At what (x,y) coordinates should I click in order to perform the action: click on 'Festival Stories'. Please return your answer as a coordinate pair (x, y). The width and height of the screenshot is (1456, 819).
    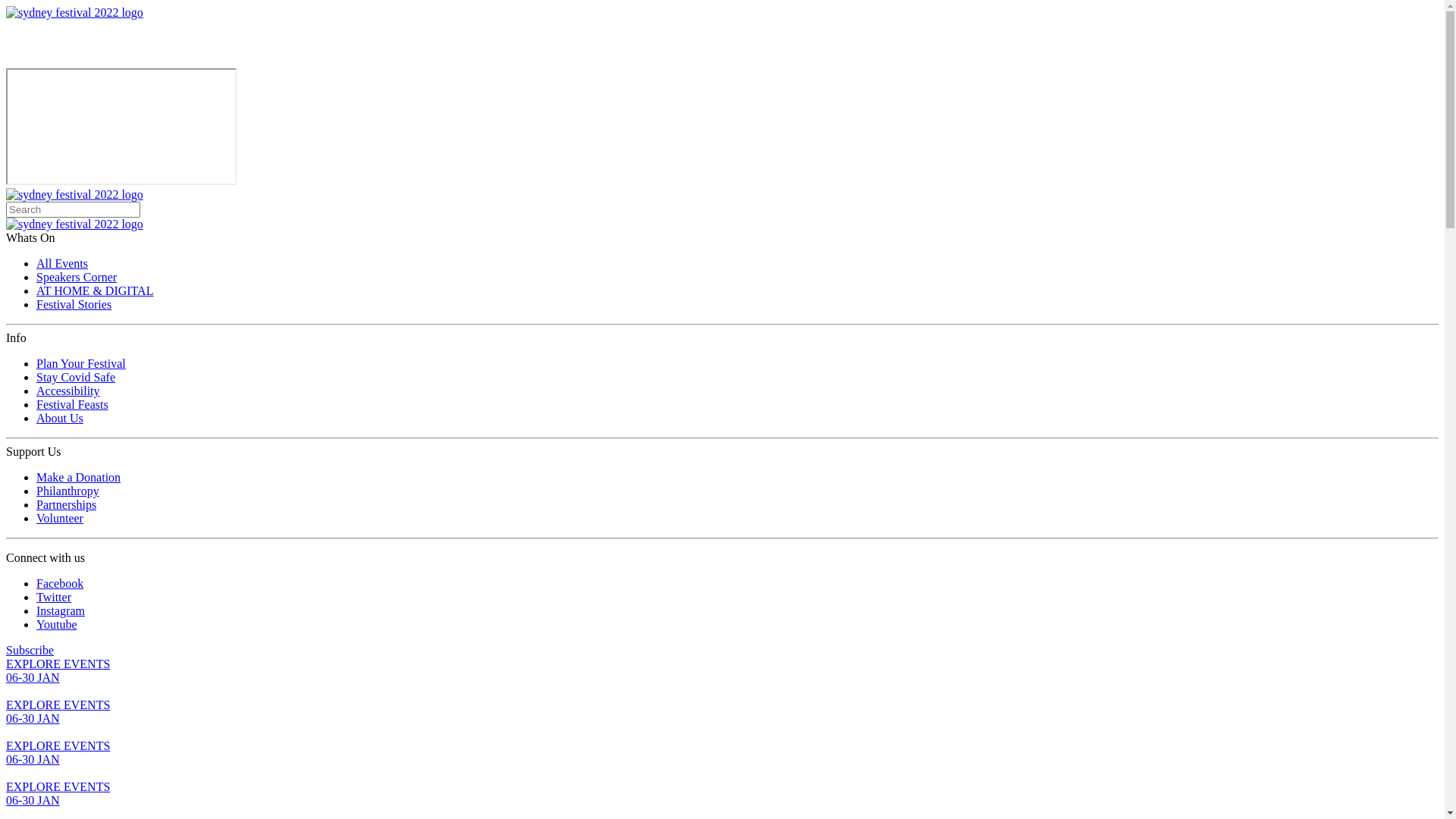
    Looking at the image, I should click on (73, 304).